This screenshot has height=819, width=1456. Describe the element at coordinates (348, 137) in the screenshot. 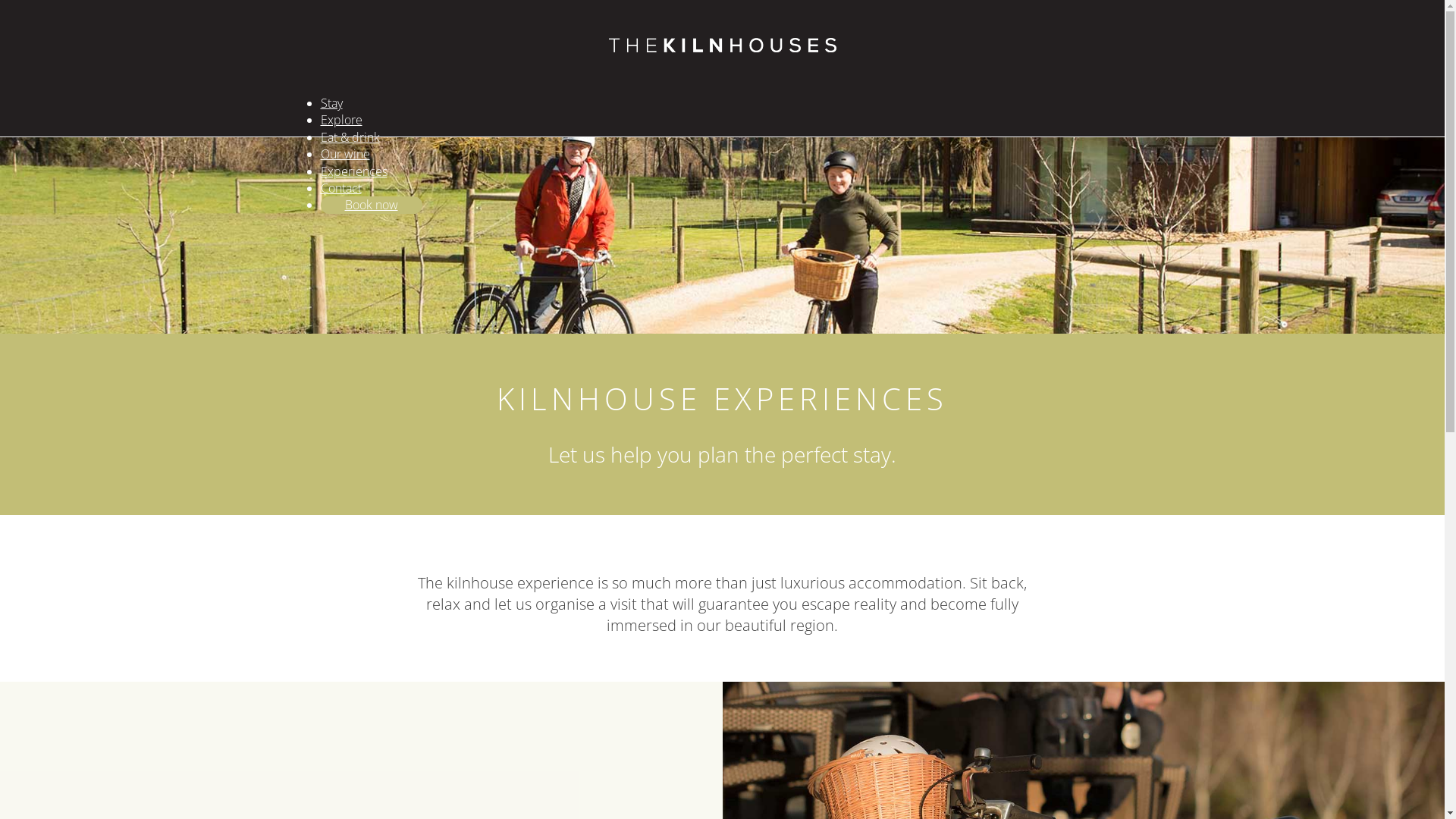

I see `'Eat & drink'` at that location.